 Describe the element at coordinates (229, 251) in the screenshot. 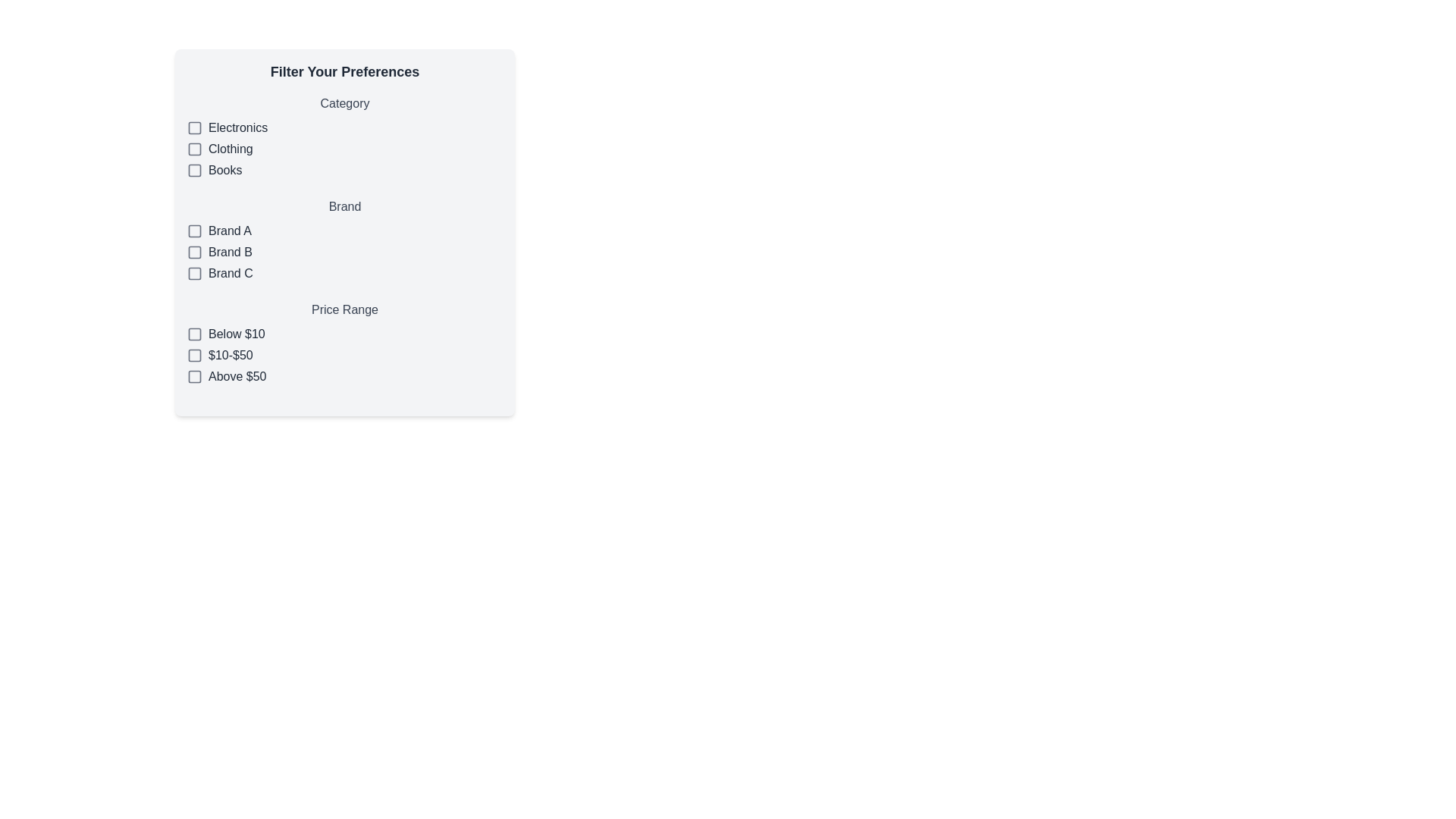

I see `the checkbox associated with the 'Brand B' text label, which is the second option under the 'Brand' section, located next to the label` at that location.